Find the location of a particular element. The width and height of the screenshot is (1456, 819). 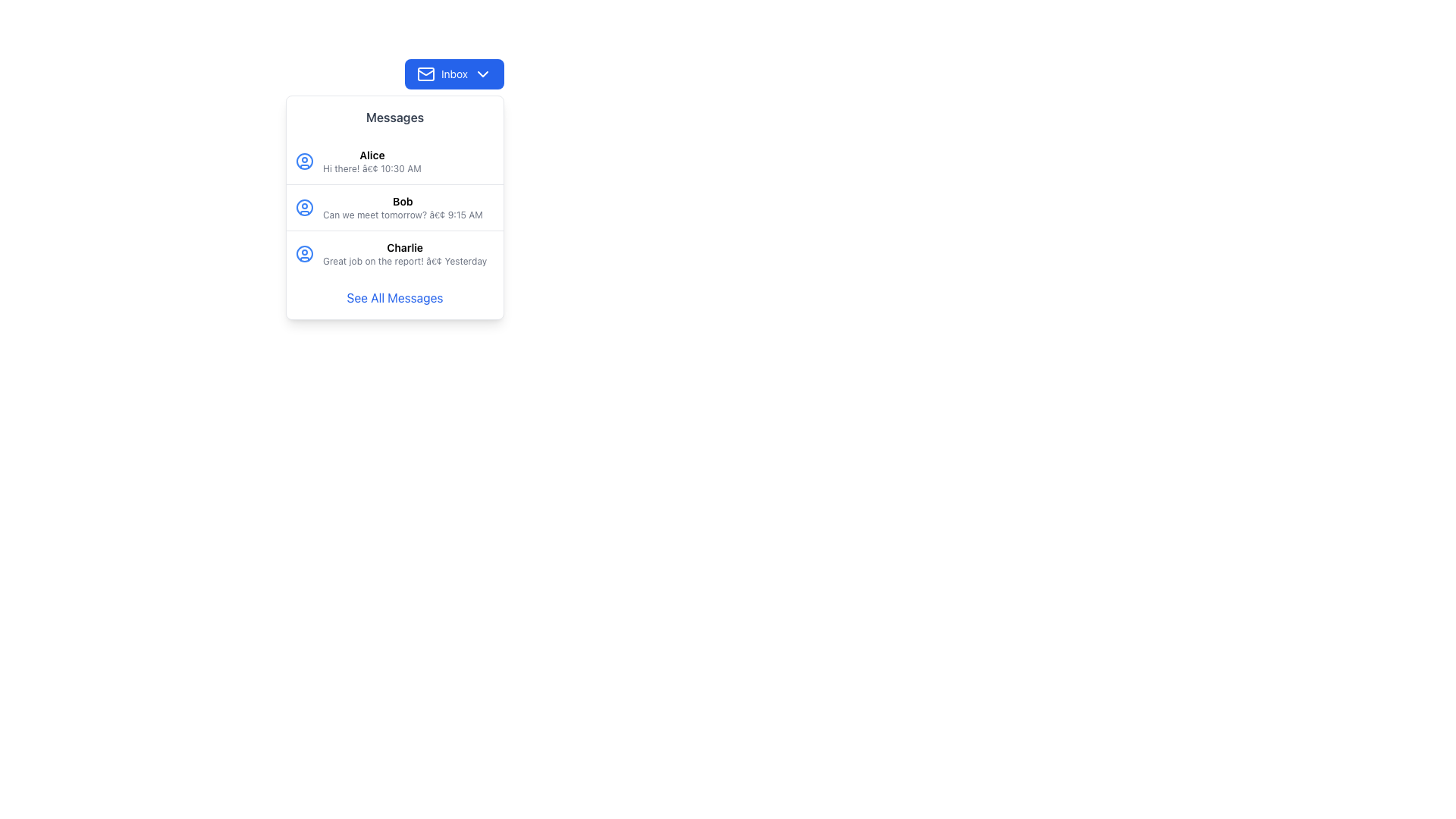

the first message summary entry in the 'Messages' card that shows 'Alice: Hi there! 10:30 AM' is located at coordinates (372, 161).